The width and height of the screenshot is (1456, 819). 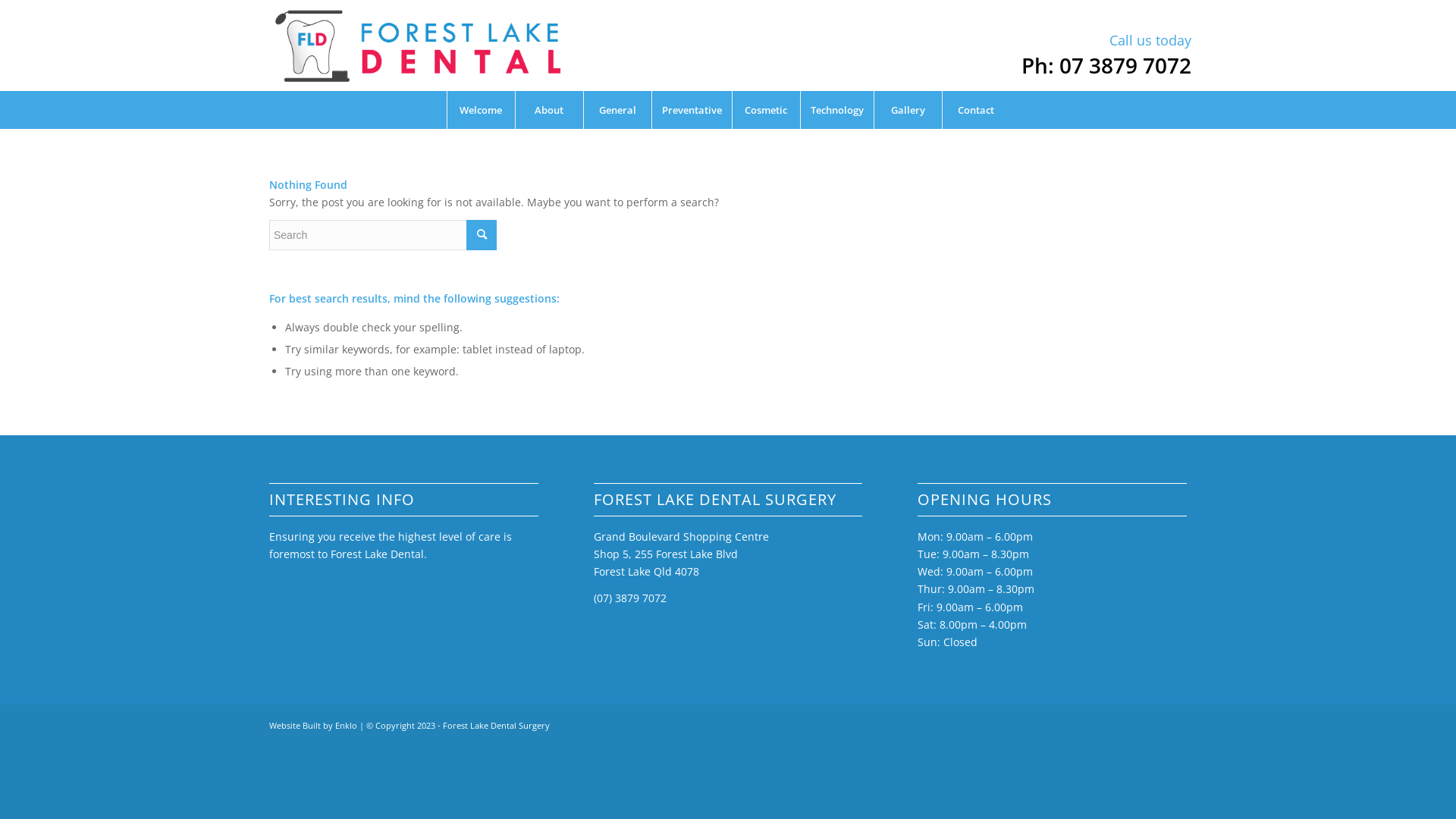 I want to click on 'General', so click(x=616, y=109).